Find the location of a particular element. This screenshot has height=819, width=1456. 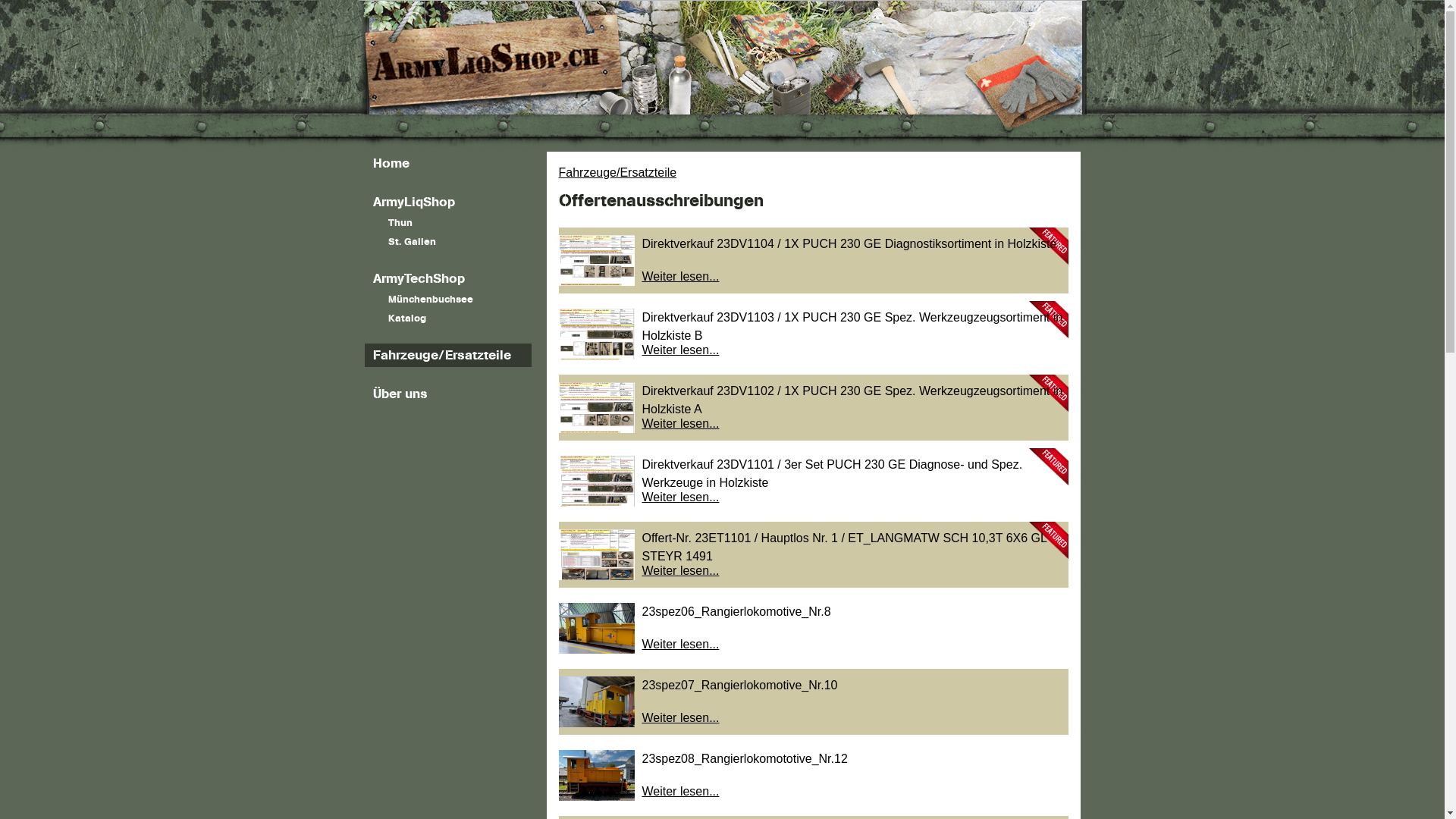

'Fahrzeuge/Ersatzteile' is located at coordinates (447, 355).